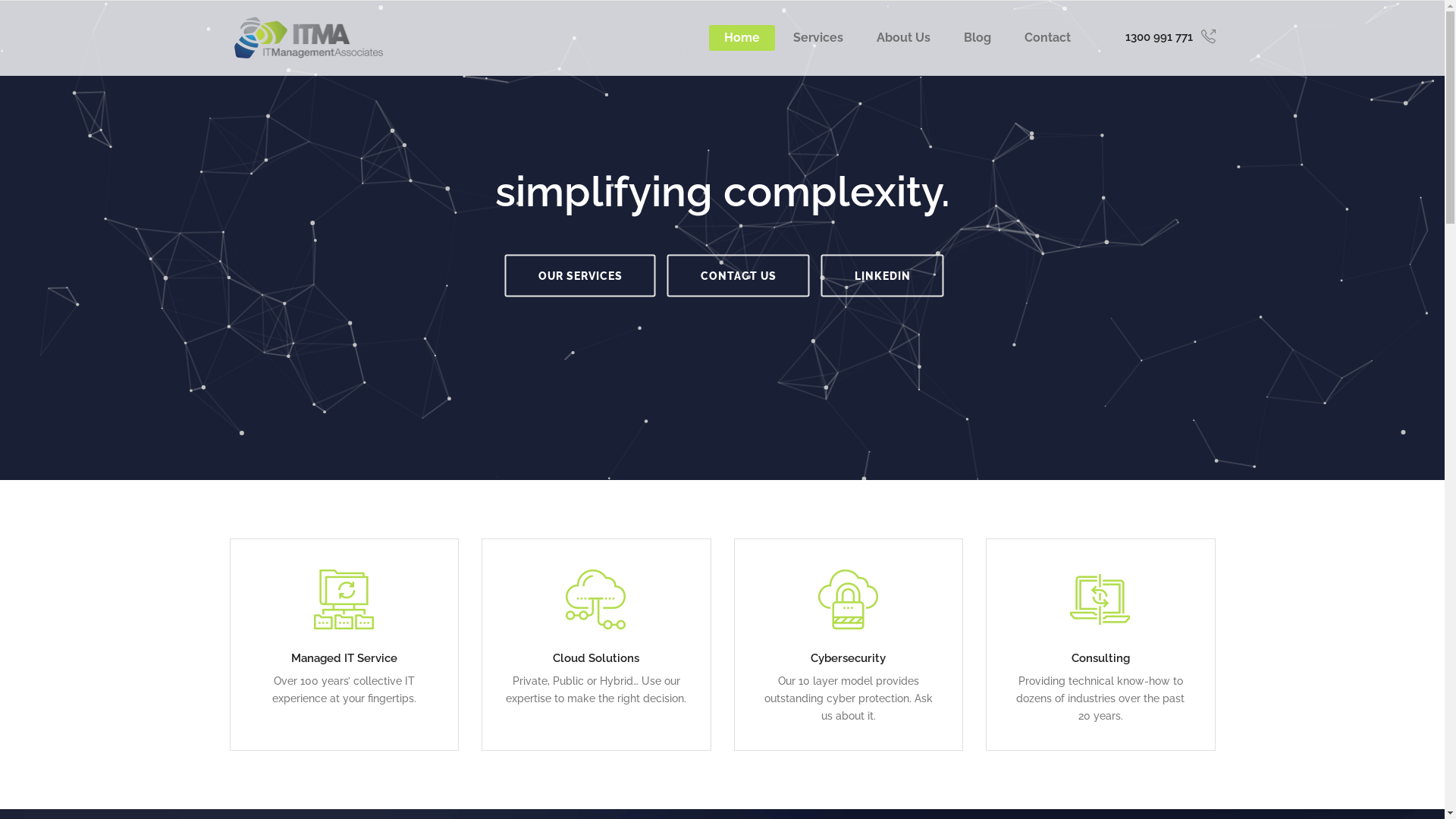  I want to click on 'YikesDesign.Co', so click(821, 786).